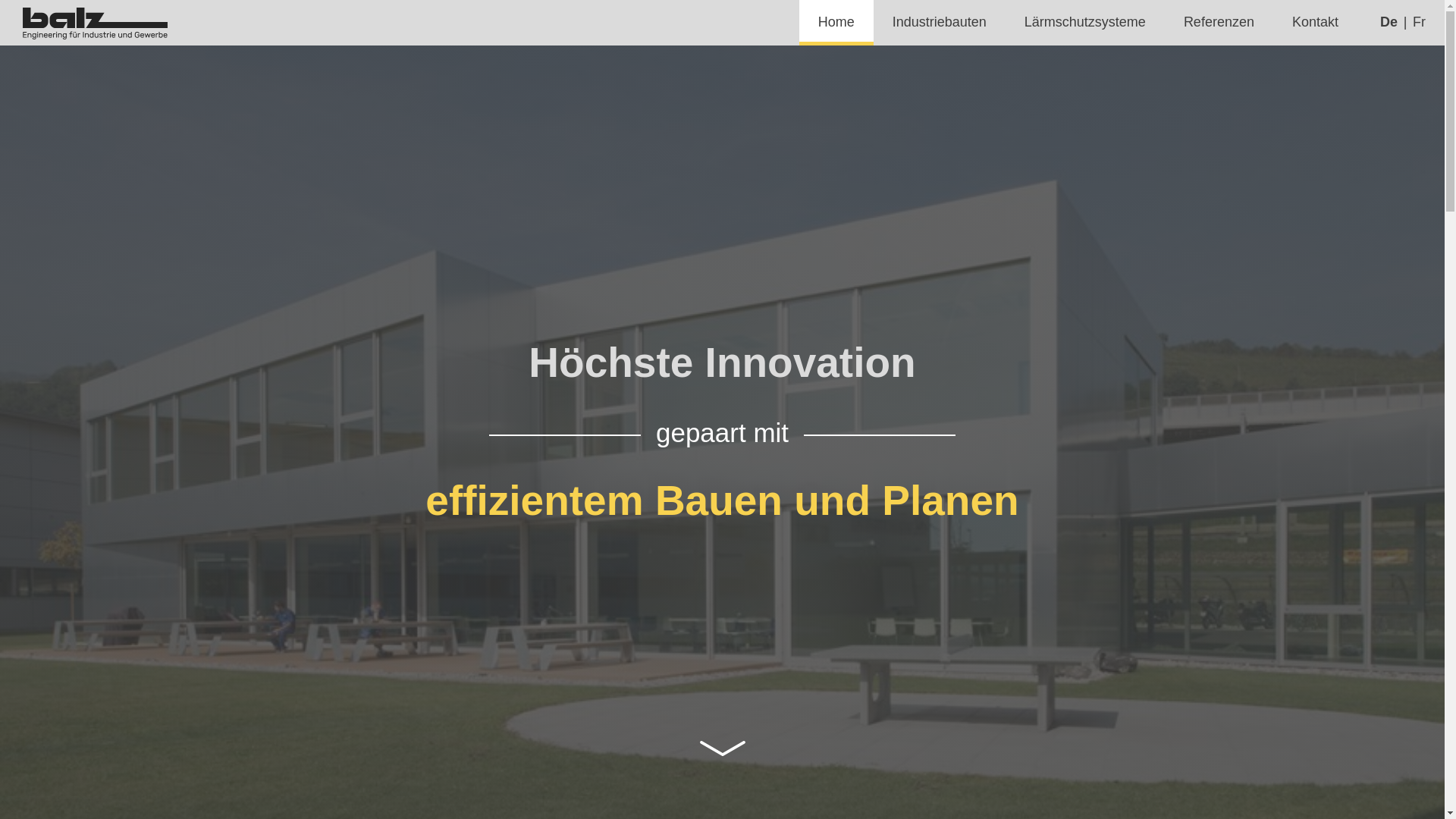 The image size is (1456, 819). I want to click on 'Kontakt', so click(1314, 23).